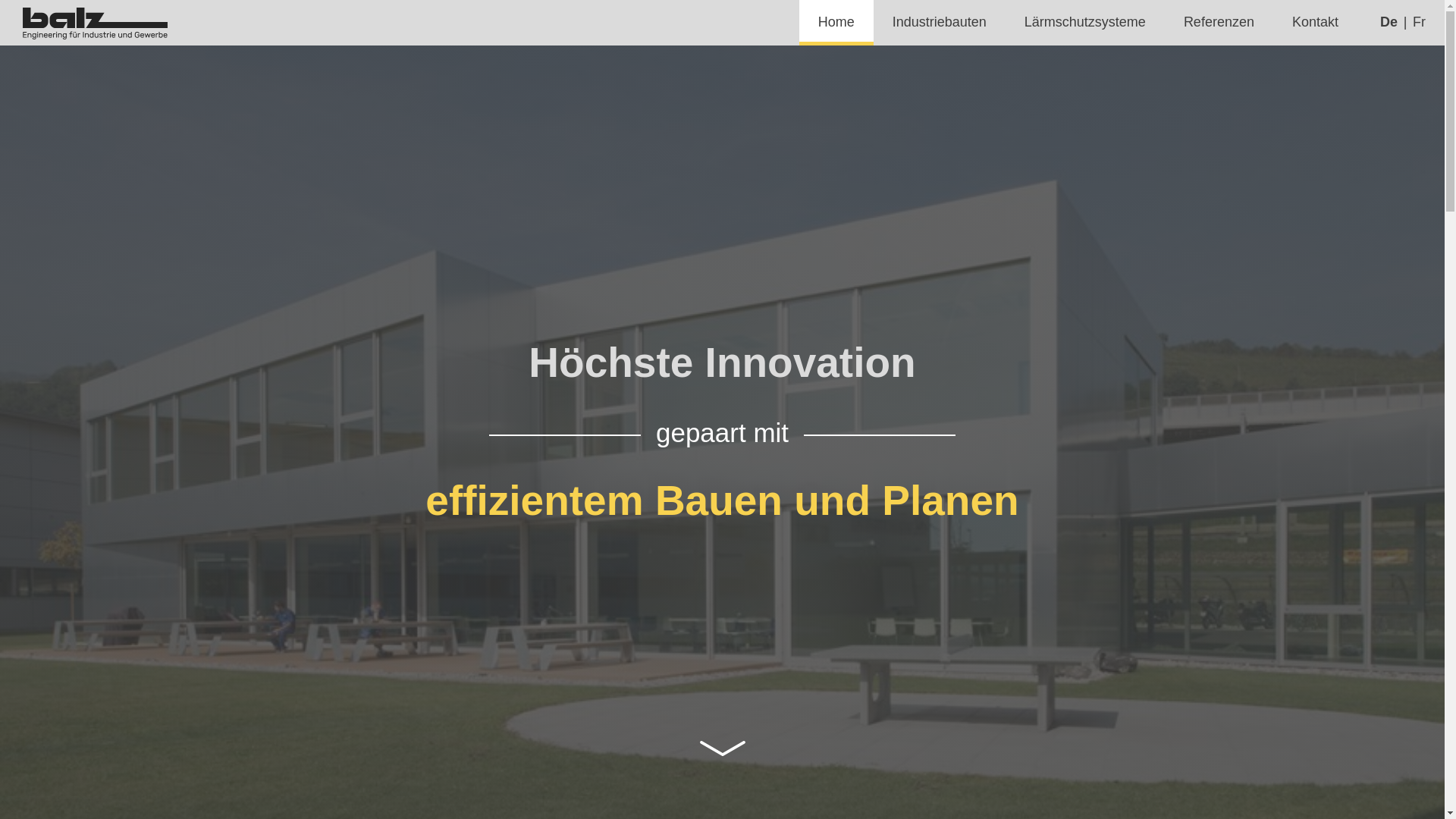 The image size is (1456, 819). I want to click on 'Kontakt', so click(1314, 23).